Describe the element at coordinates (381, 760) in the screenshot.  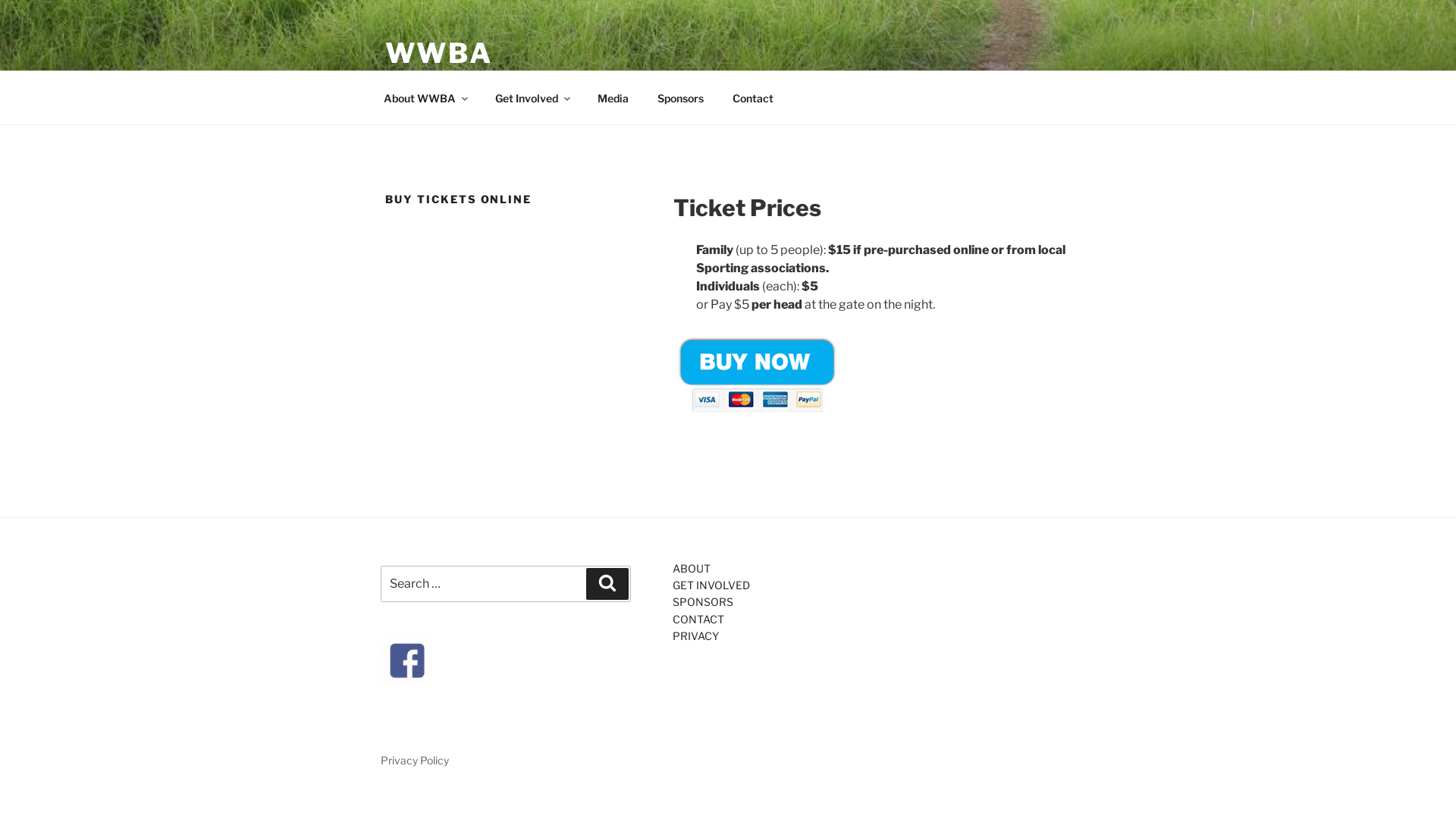
I see `'Privacy Policy'` at that location.